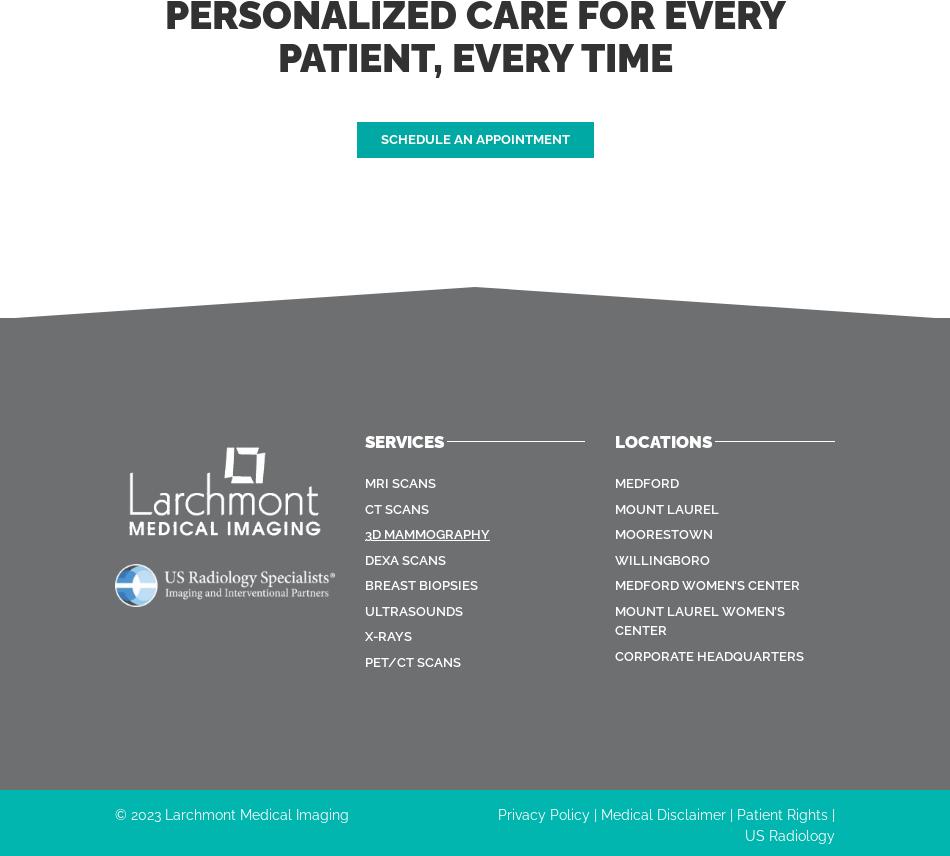 Image resolution: width=950 pixels, height=856 pixels. What do you see at coordinates (663, 534) in the screenshot?
I see `'Moorestown'` at bounding box center [663, 534].